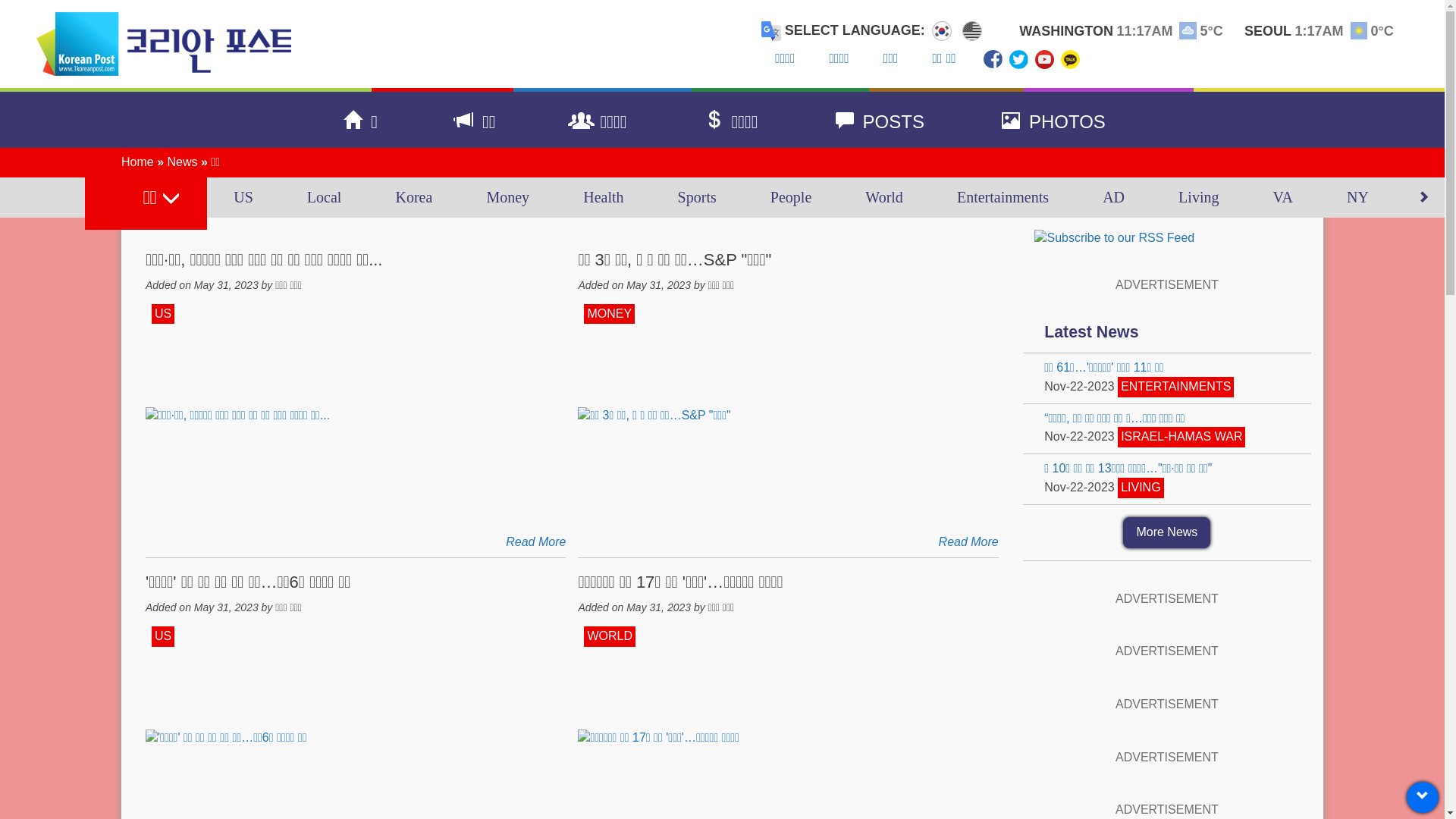 The width and height of the screenshot is (1456, 819). I want to click on 'Find Us on Facebook', so click(979, 58).